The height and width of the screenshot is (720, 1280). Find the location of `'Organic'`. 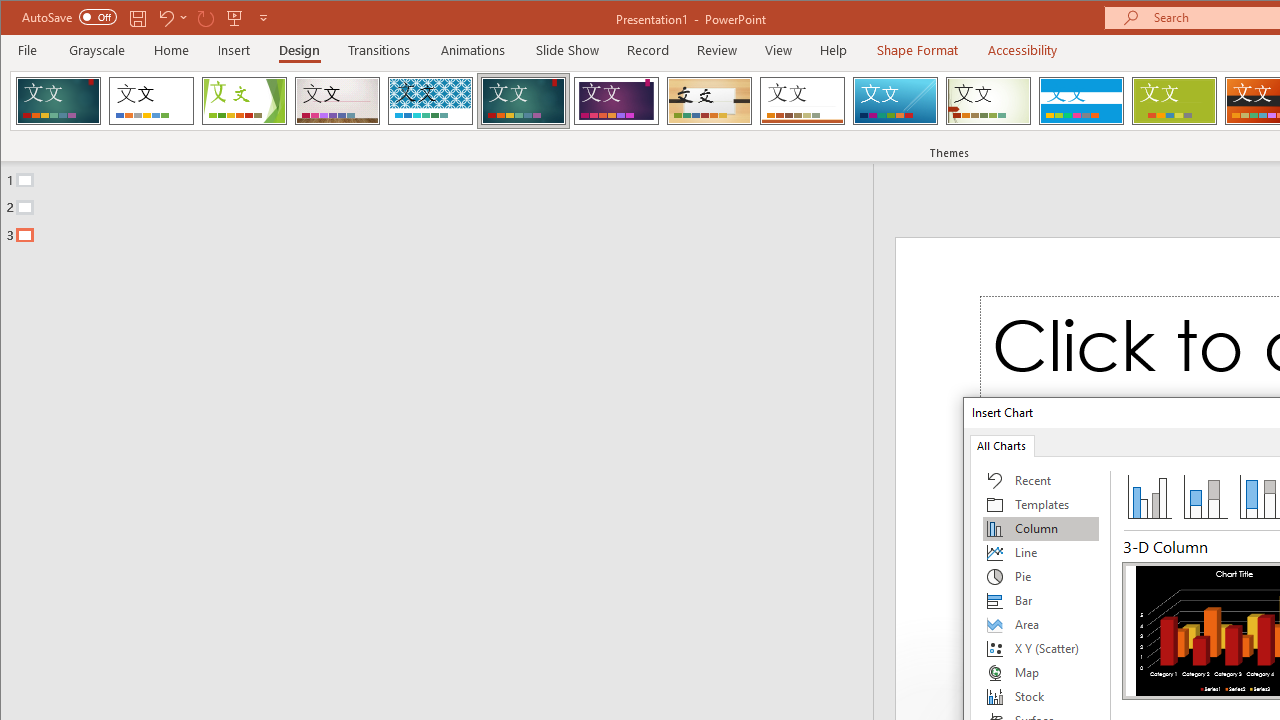

'Organic' is located at coordinates (709, 100).